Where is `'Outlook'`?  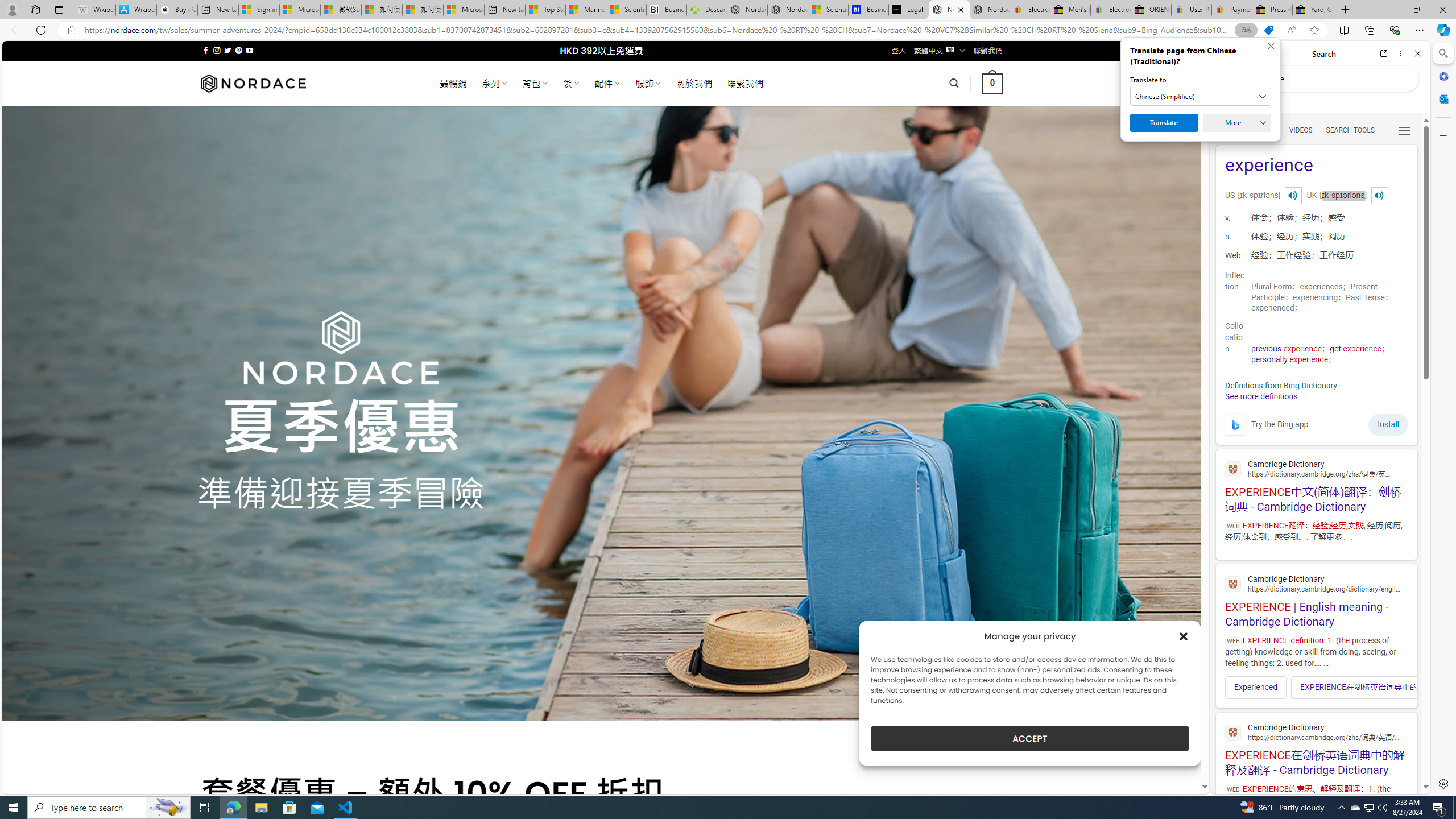 'Outlook' is located at coordinates (1442, 98).